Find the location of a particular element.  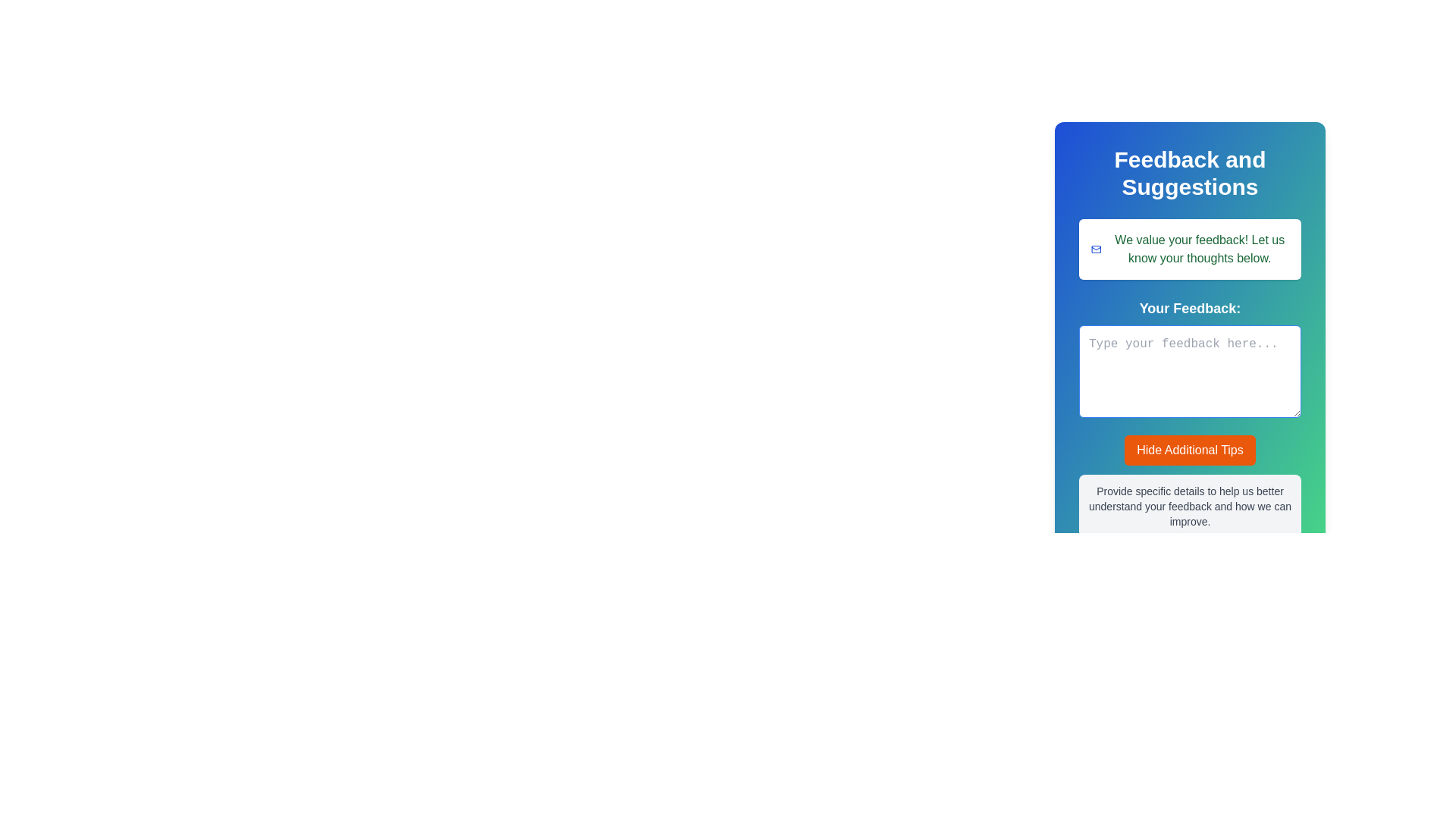

the informational banner encouraging users to share their thoughts, located below the 'Feedback and Suggestions' title and above 'Your Feedback:' is located at coordinates (1189, 248).